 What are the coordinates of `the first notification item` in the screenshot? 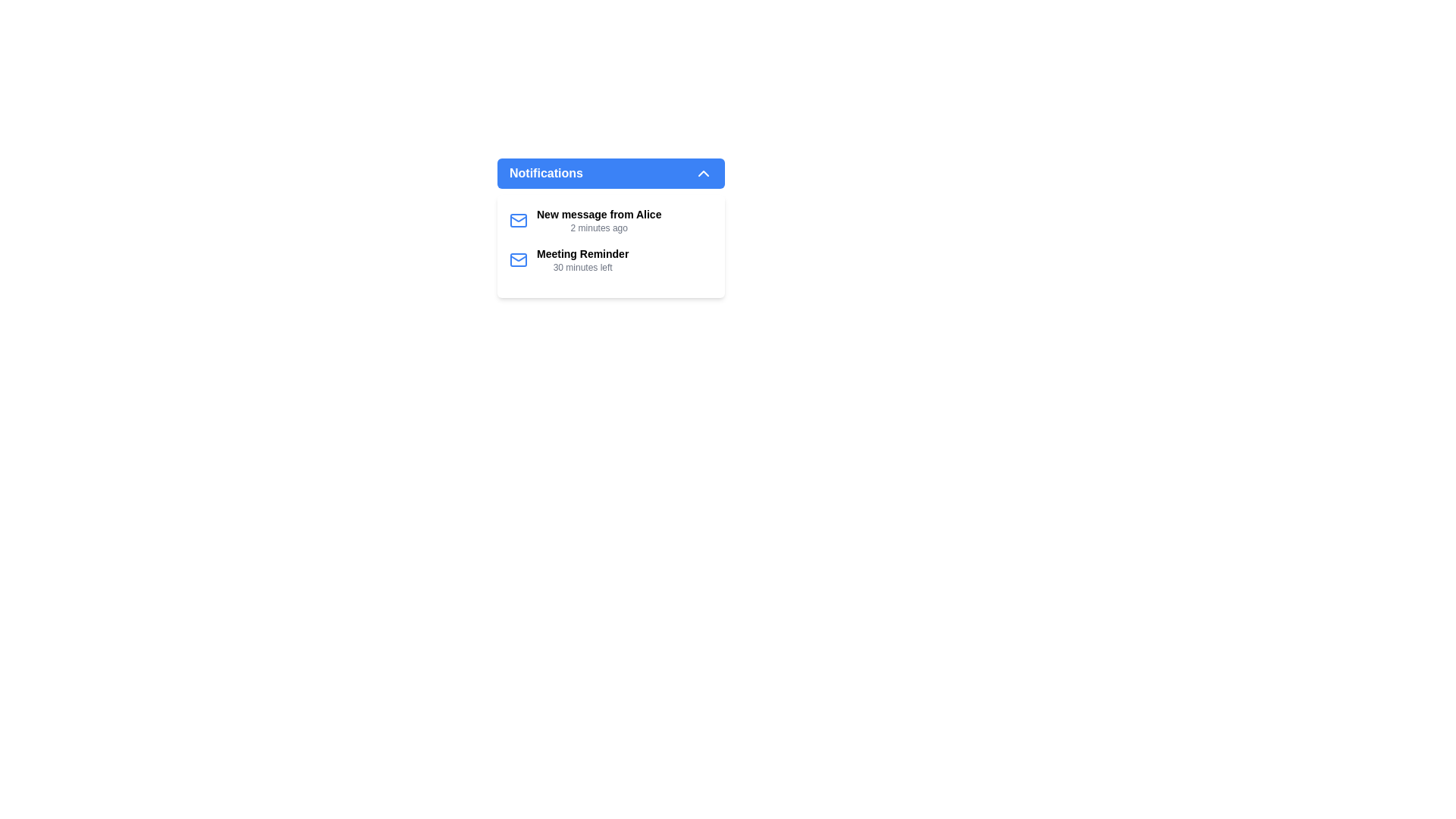 It's located at (598, 220).